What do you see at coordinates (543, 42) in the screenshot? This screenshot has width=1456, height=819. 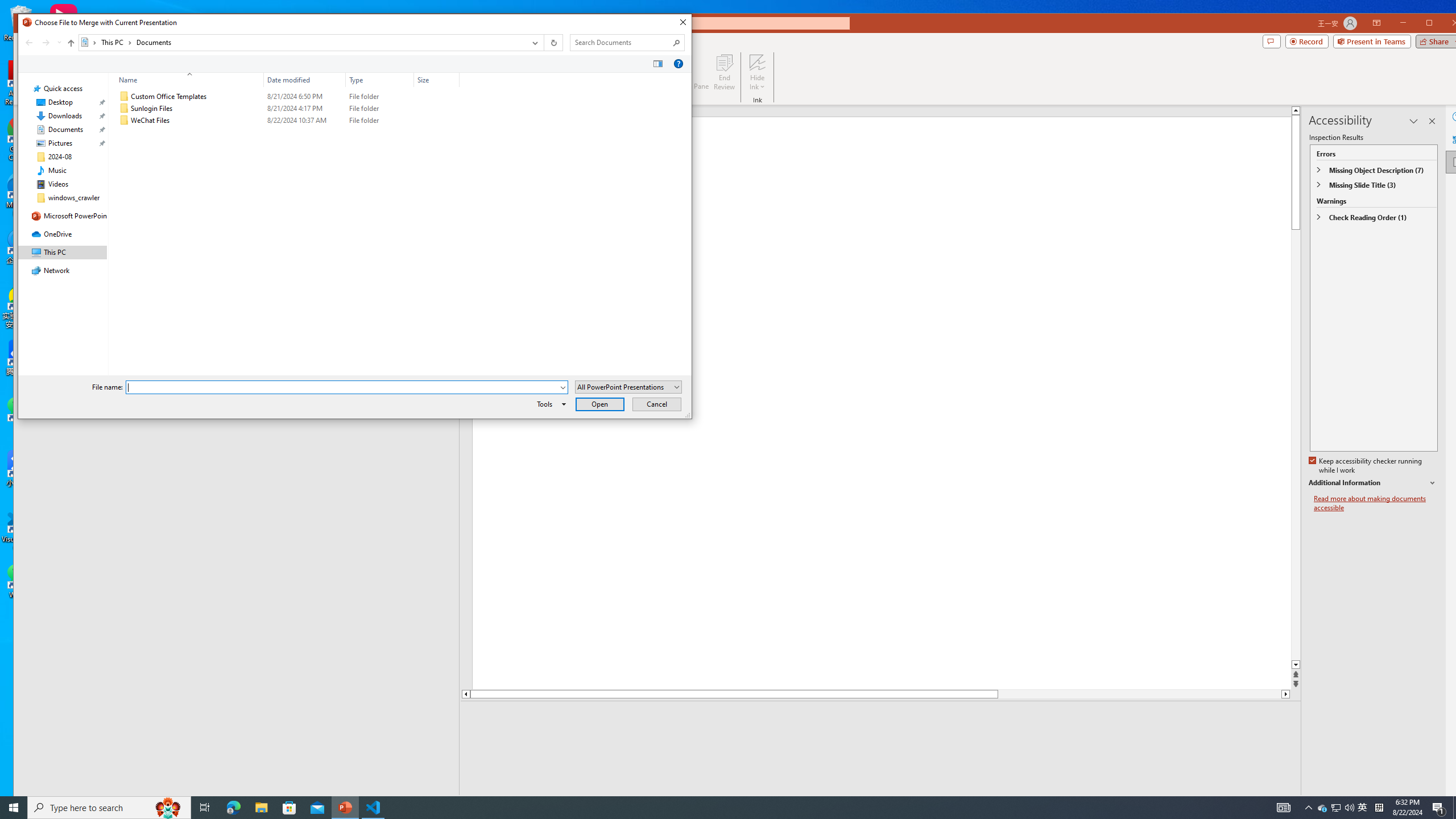 I see `'Address band toolbar'` at bounding box center [543, 42].